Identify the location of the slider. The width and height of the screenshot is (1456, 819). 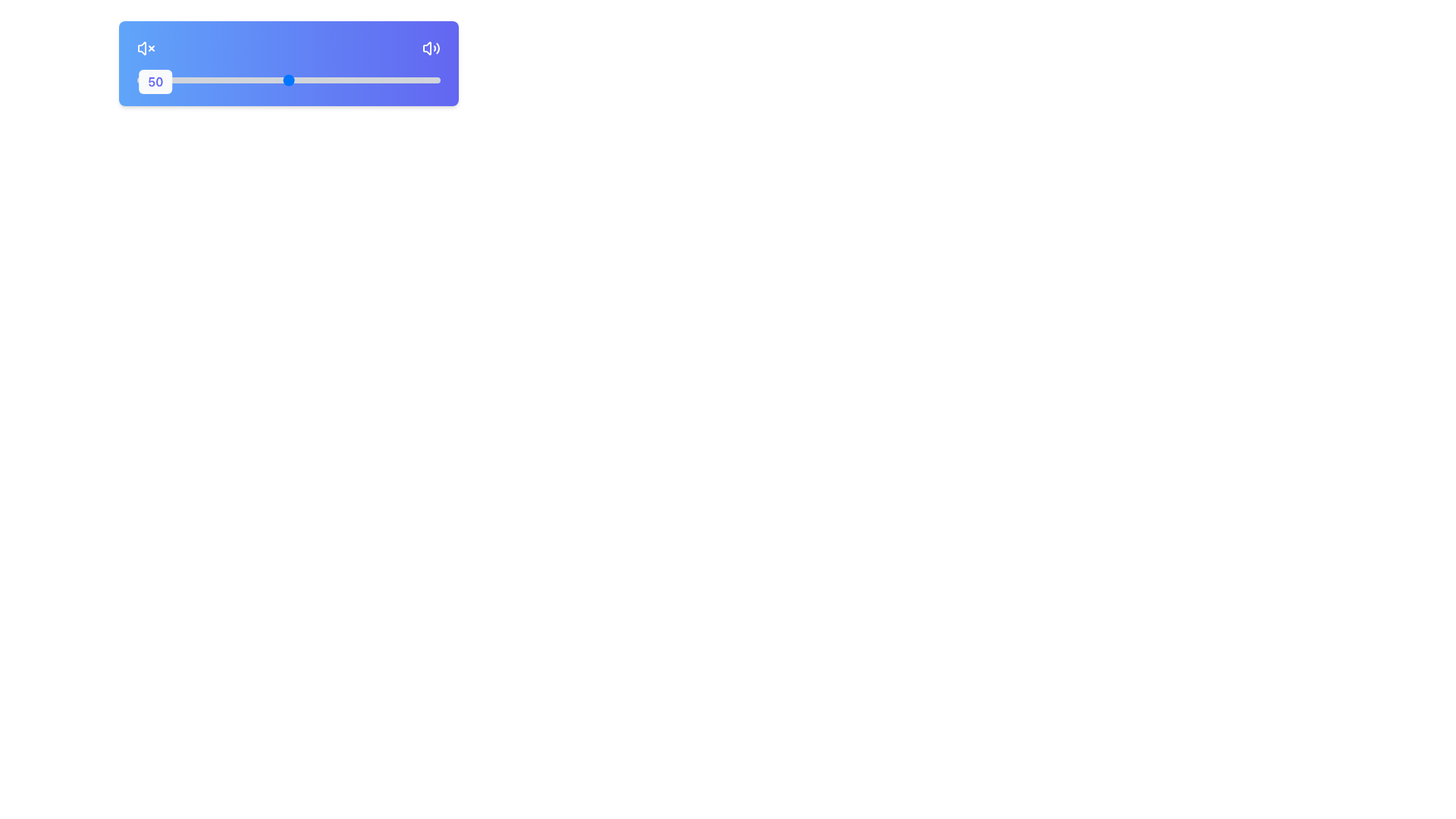
(360, 80).